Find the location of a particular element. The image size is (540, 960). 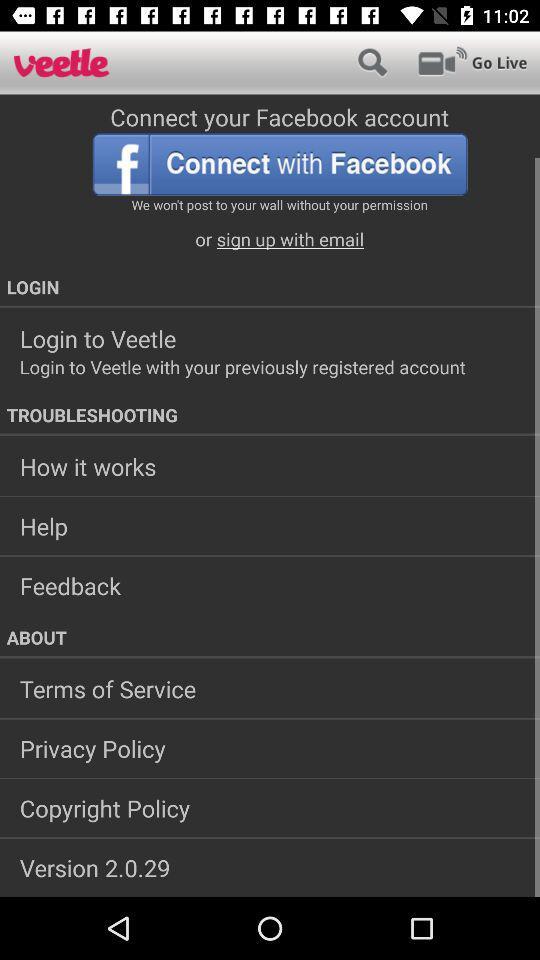

copyright policy app is located at coordinates (270, 808).